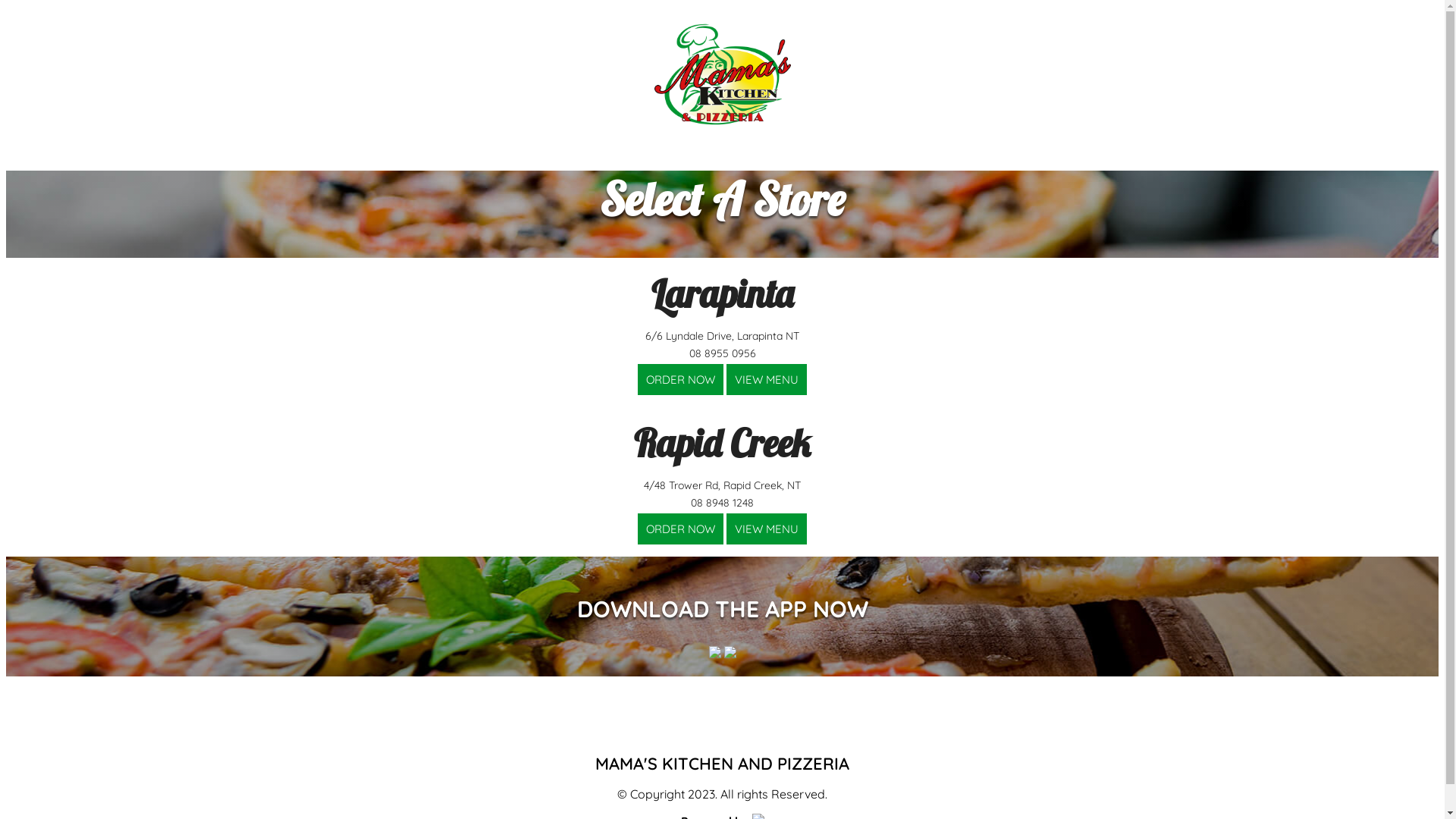  What do you see at coordinates (679, 378) in the screenshot?
I see `'ORDER NOW'` at bounding box center [679, 378].